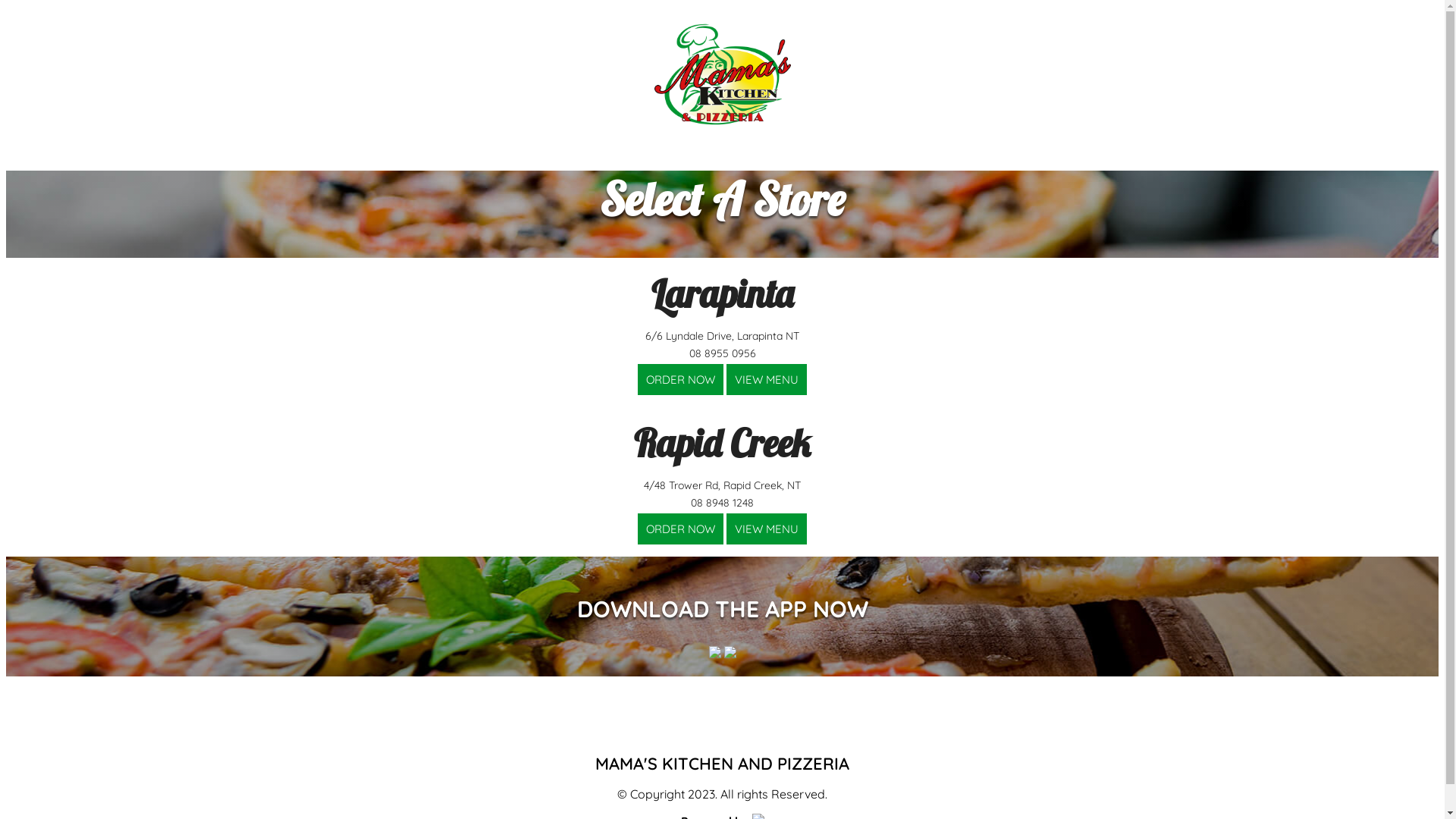  What do you see at coordinates (679, 378) in the screenshot?
I see `'ORDER NOW'` at bounding box center [679, 378].